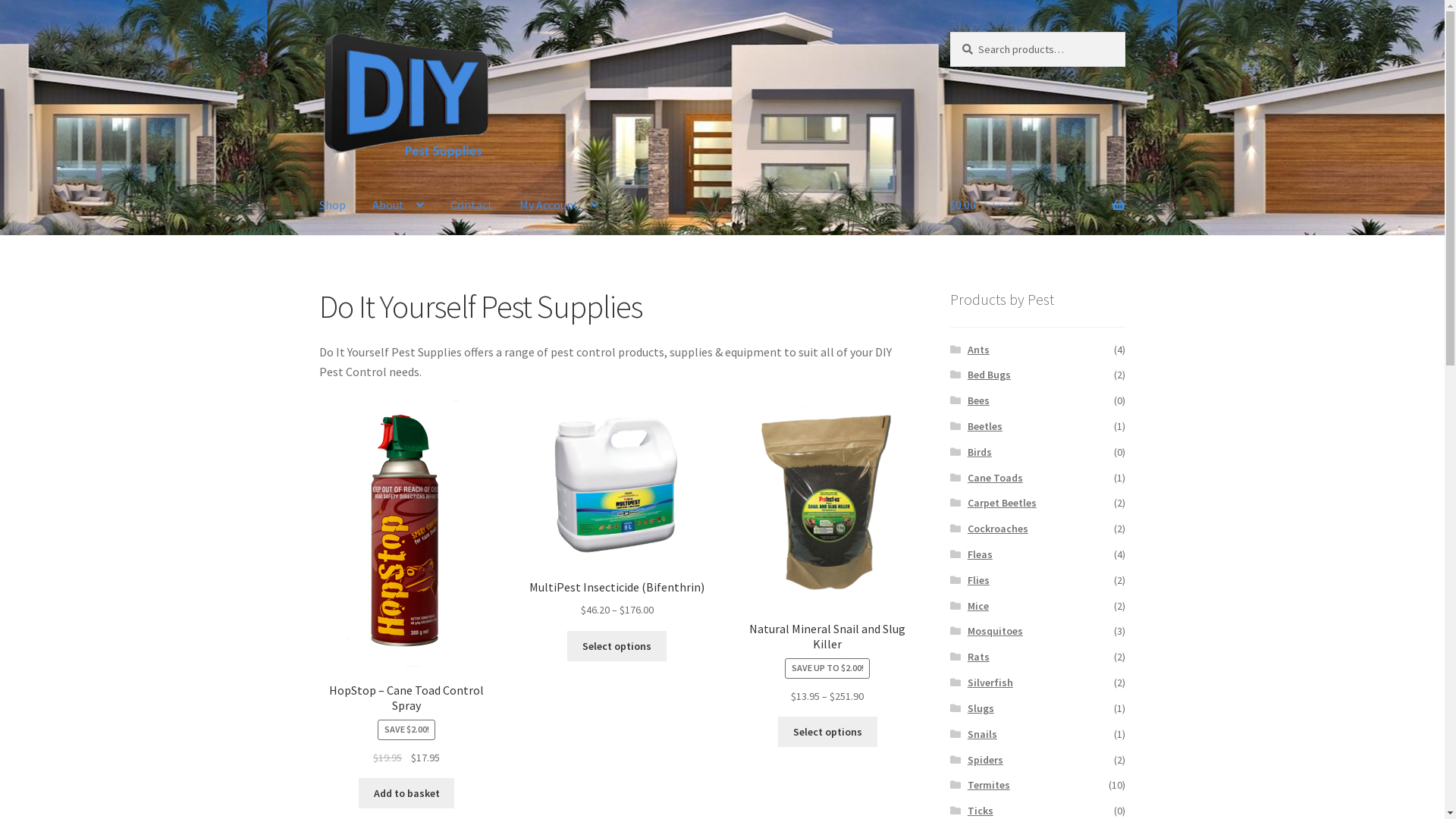 The image size is (1456, 819). I want to click on 'My Account', so click(507, 205).